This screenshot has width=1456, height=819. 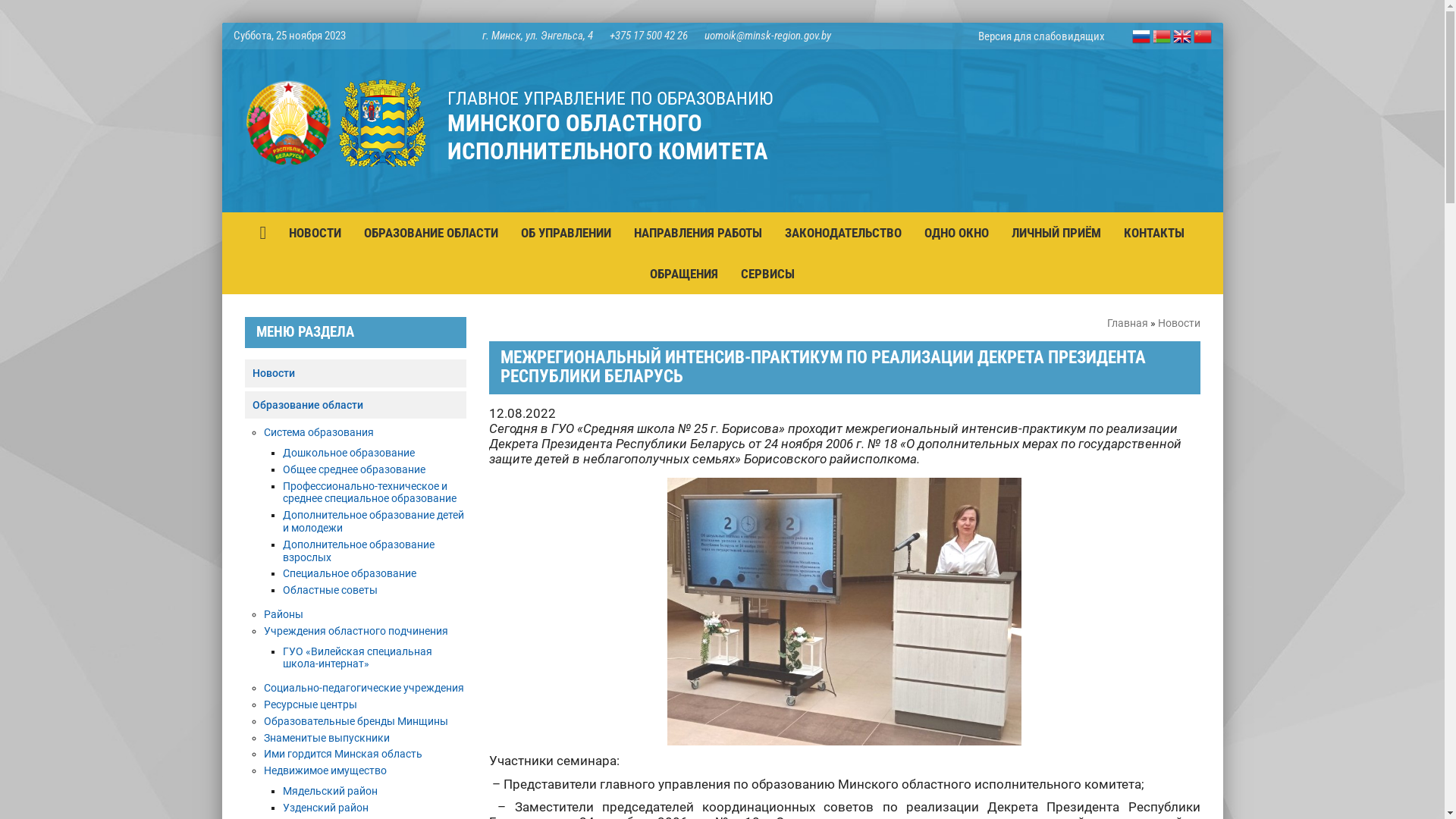 I want to click on '+375 17 500 42 26', so click(x=648, y=34).